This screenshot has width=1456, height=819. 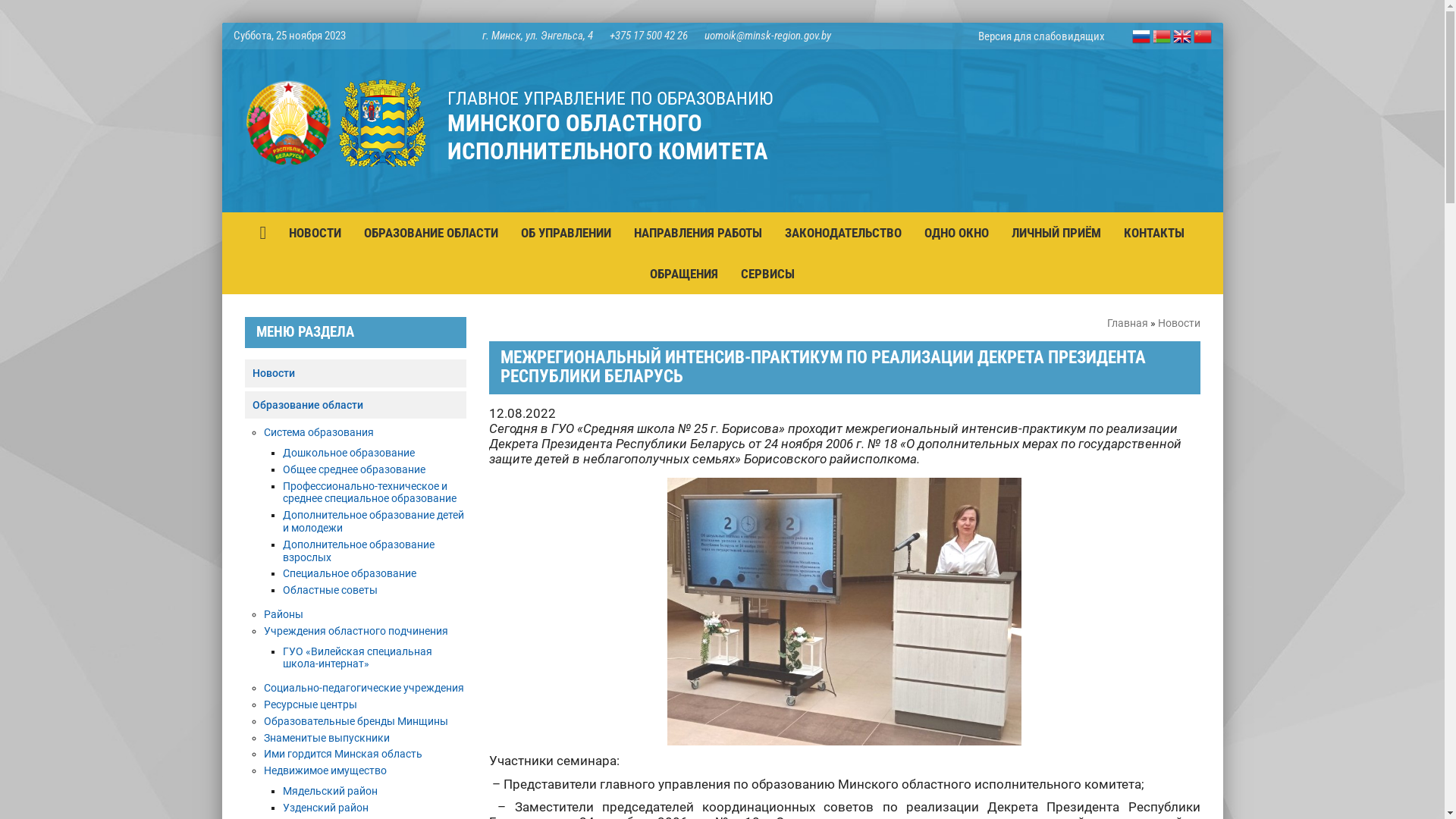 I want to click on '+375 17 500 42 26', so click(x=648, y=34).